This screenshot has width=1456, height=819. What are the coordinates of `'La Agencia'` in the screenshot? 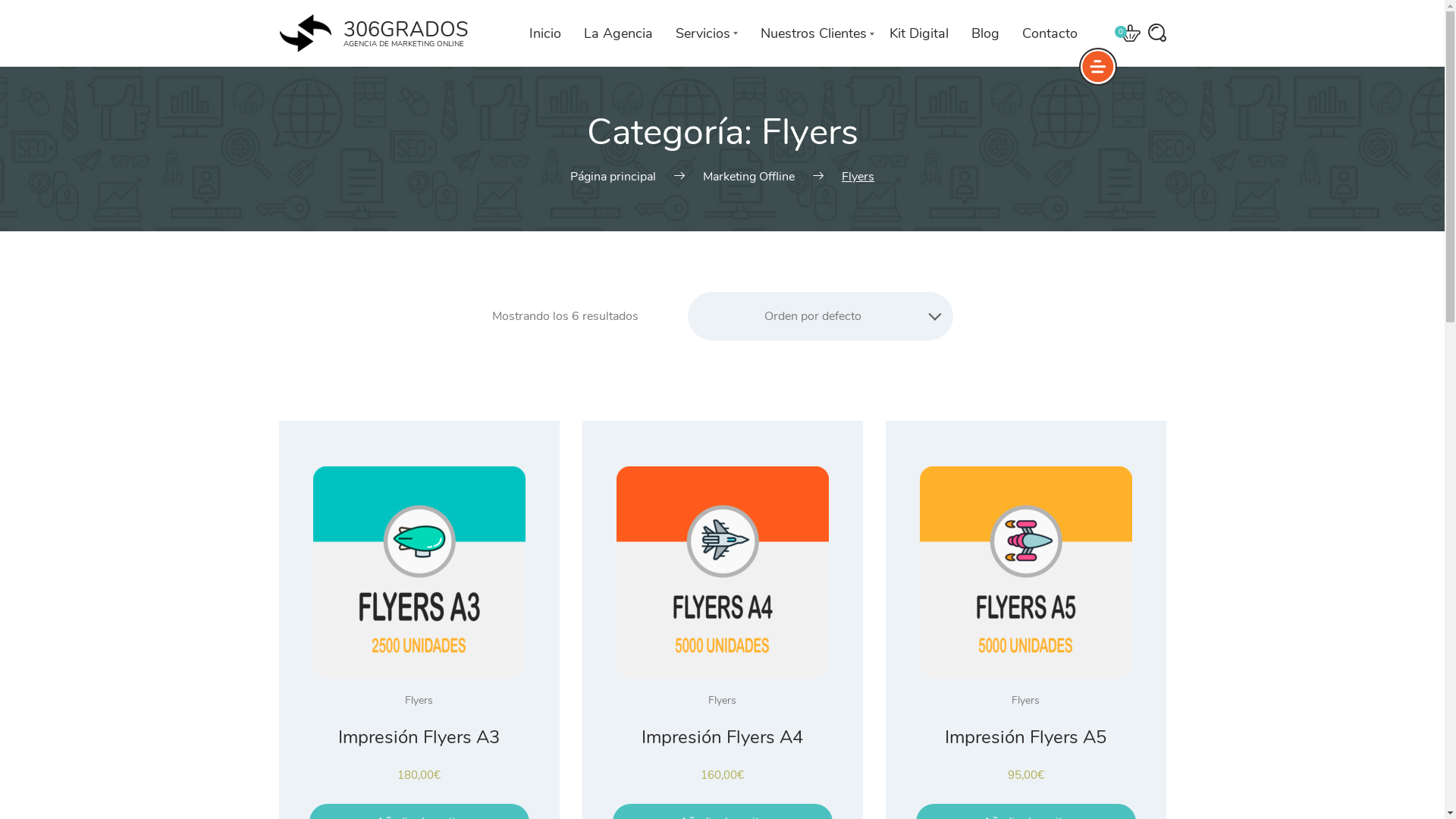 It's located at (618, 33).